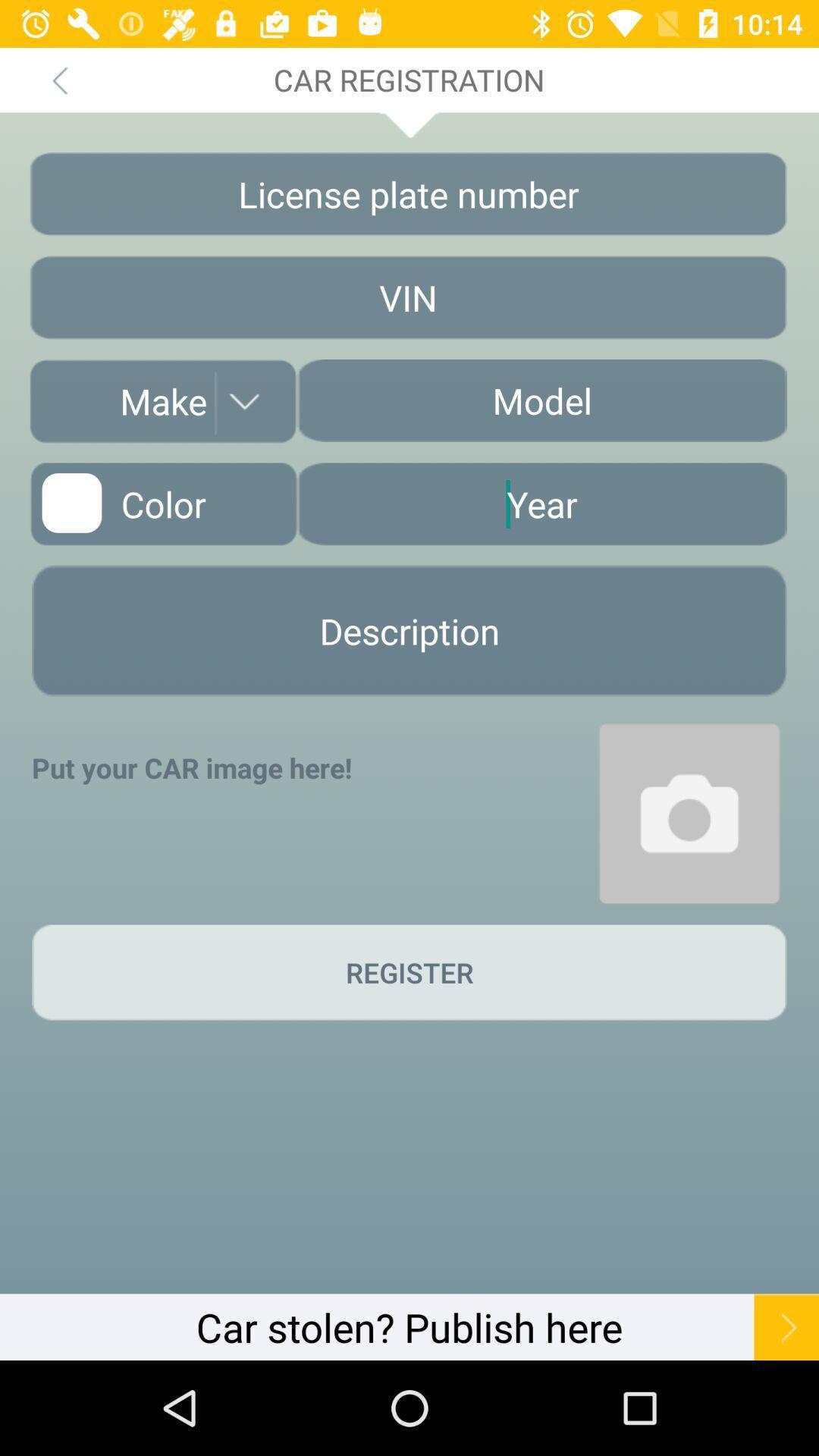 The height and width of the screenshot is (1456, 819). Describe the element at coordinates (407, 297) in the screenshot. I see `vin number for car` at that location.